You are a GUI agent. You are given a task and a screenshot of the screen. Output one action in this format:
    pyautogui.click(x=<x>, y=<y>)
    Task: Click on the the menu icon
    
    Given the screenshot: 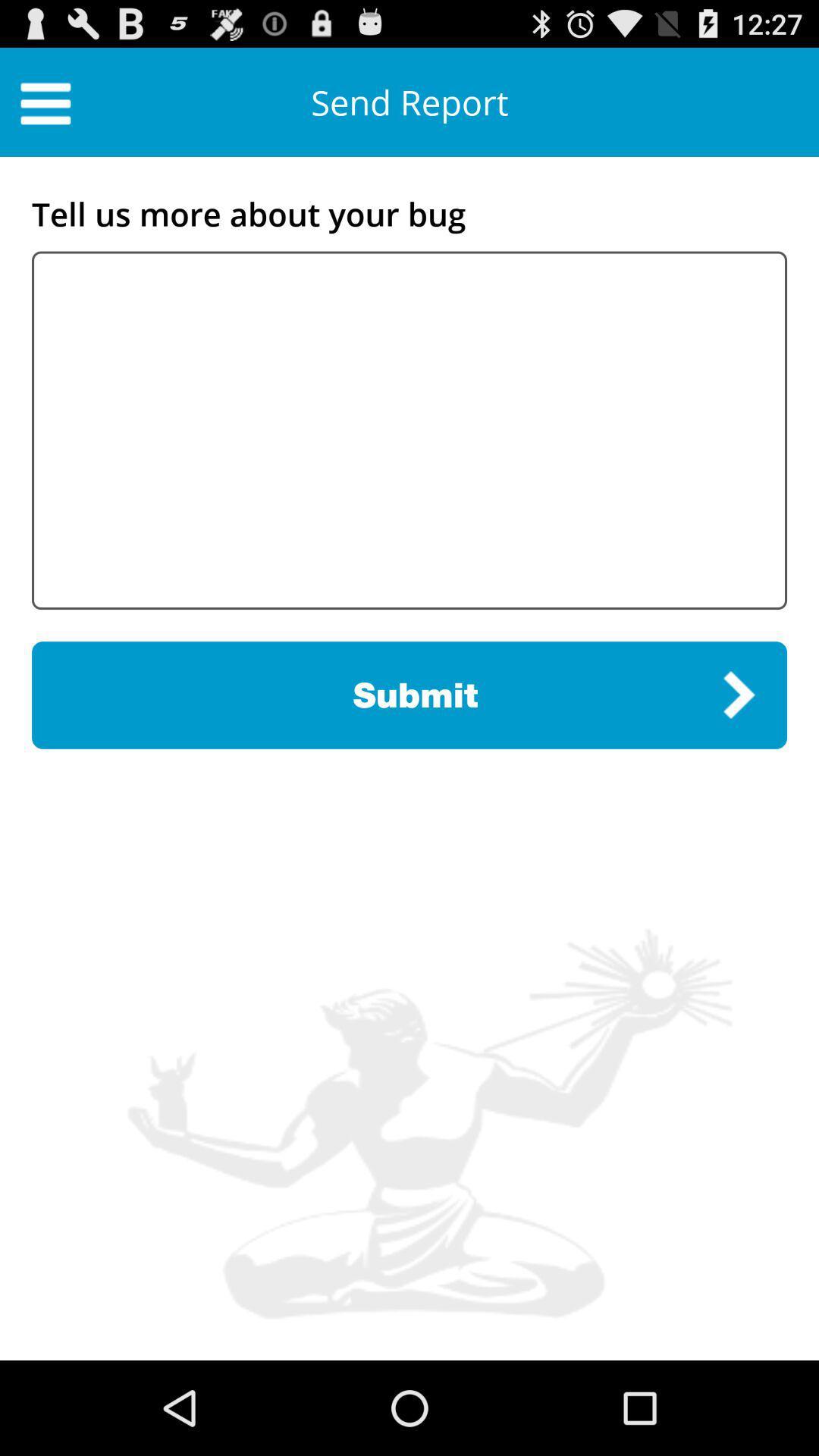 What is the action you would take?
    pyautogui.click(x=45, y=108)
    